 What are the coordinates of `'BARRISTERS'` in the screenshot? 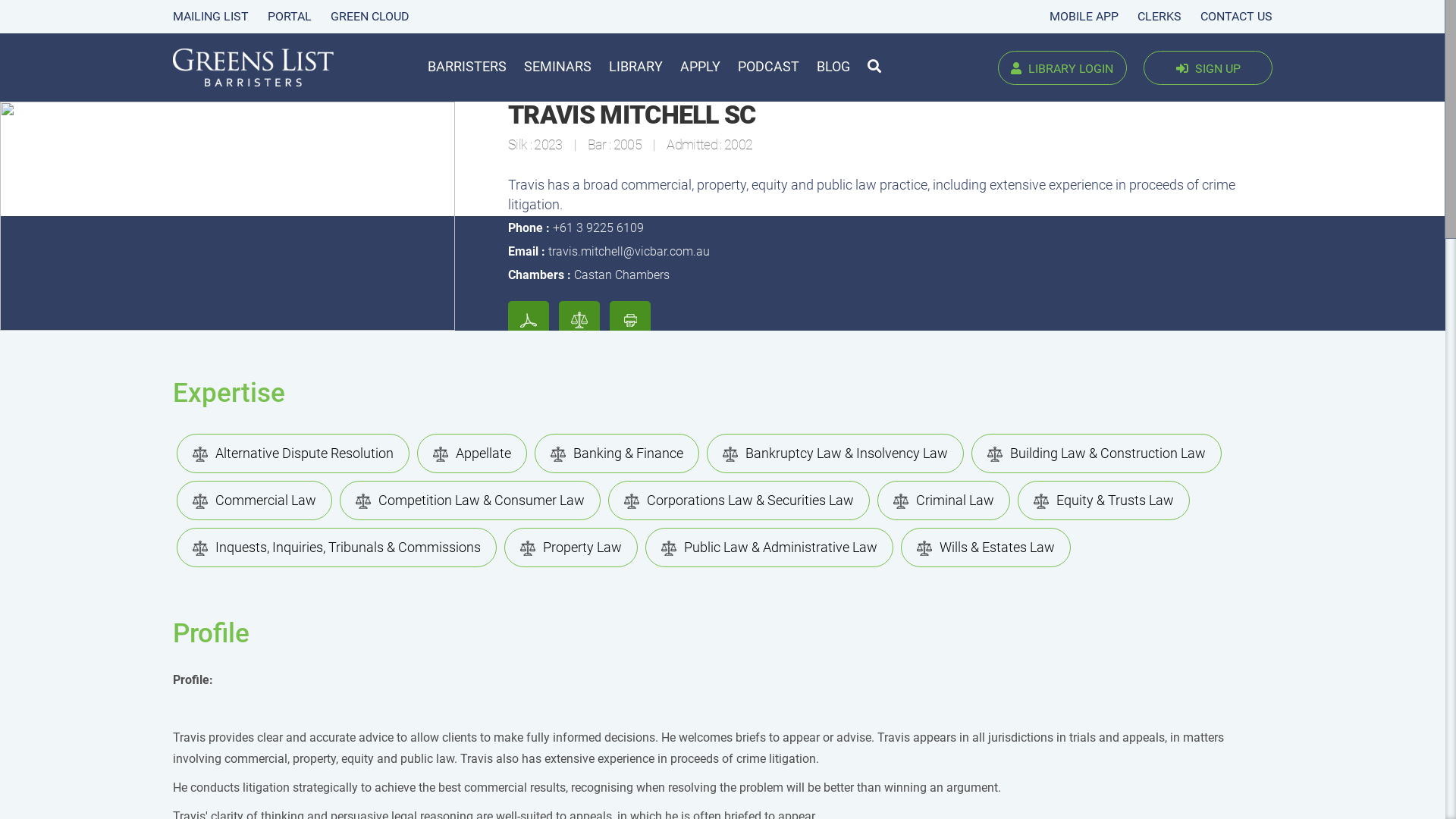 It's located at (466, 65).